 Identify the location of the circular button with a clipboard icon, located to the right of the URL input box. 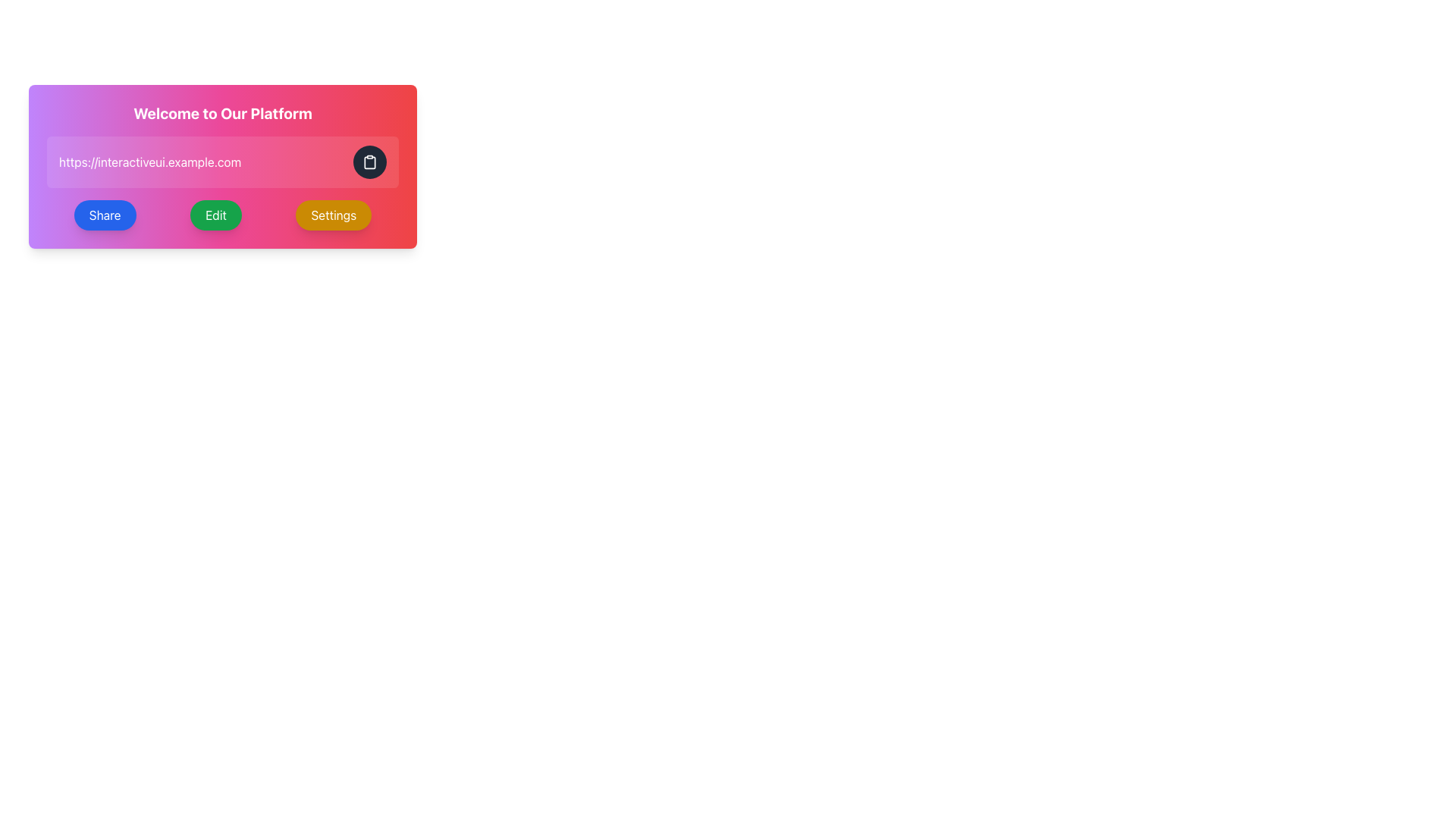
(370, 162).